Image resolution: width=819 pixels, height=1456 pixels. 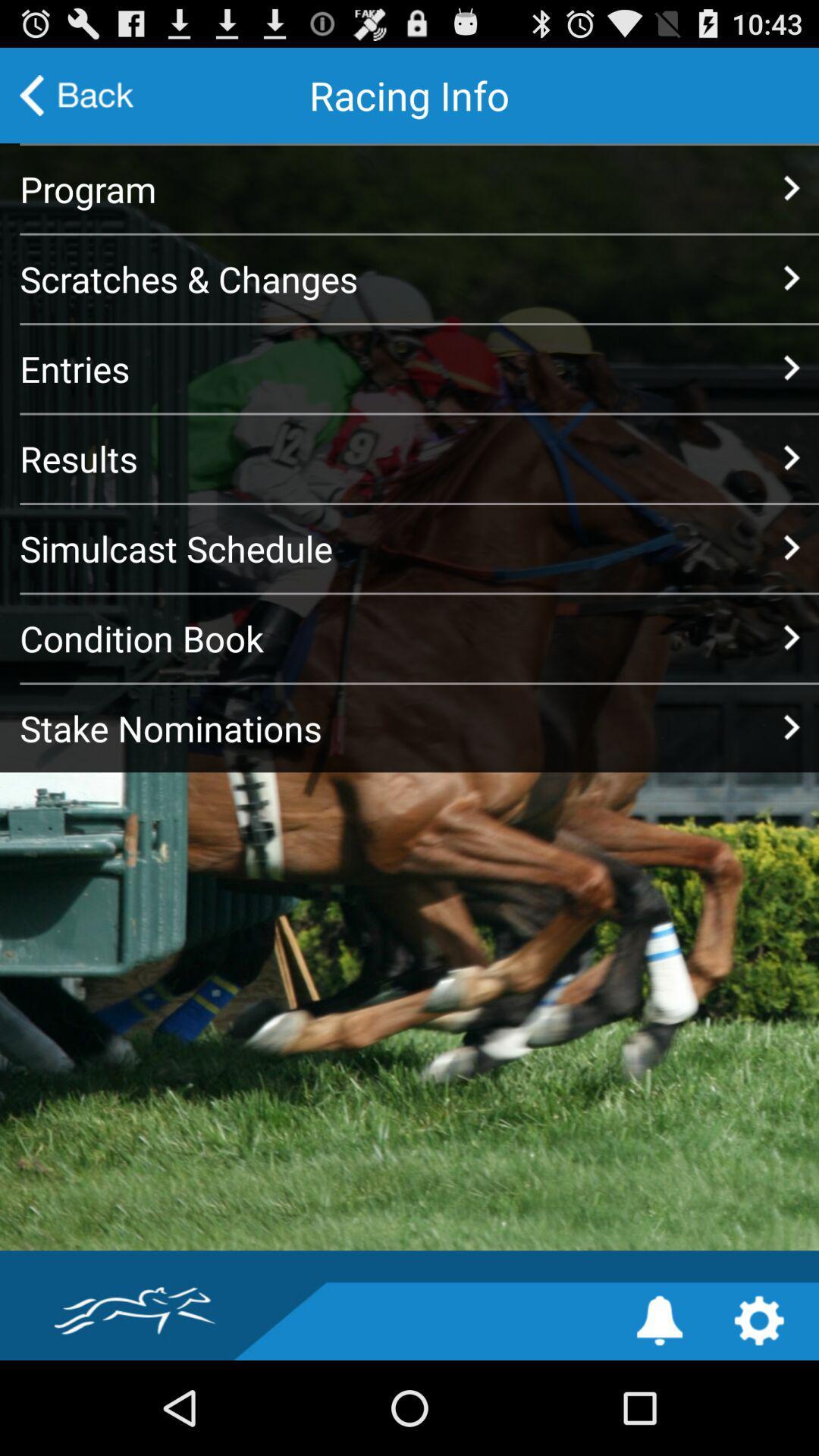 What do you see at coordinates (659, 1319) in the screenshot?
I see `tap notification optiion` at bounding box center [659, 1319].